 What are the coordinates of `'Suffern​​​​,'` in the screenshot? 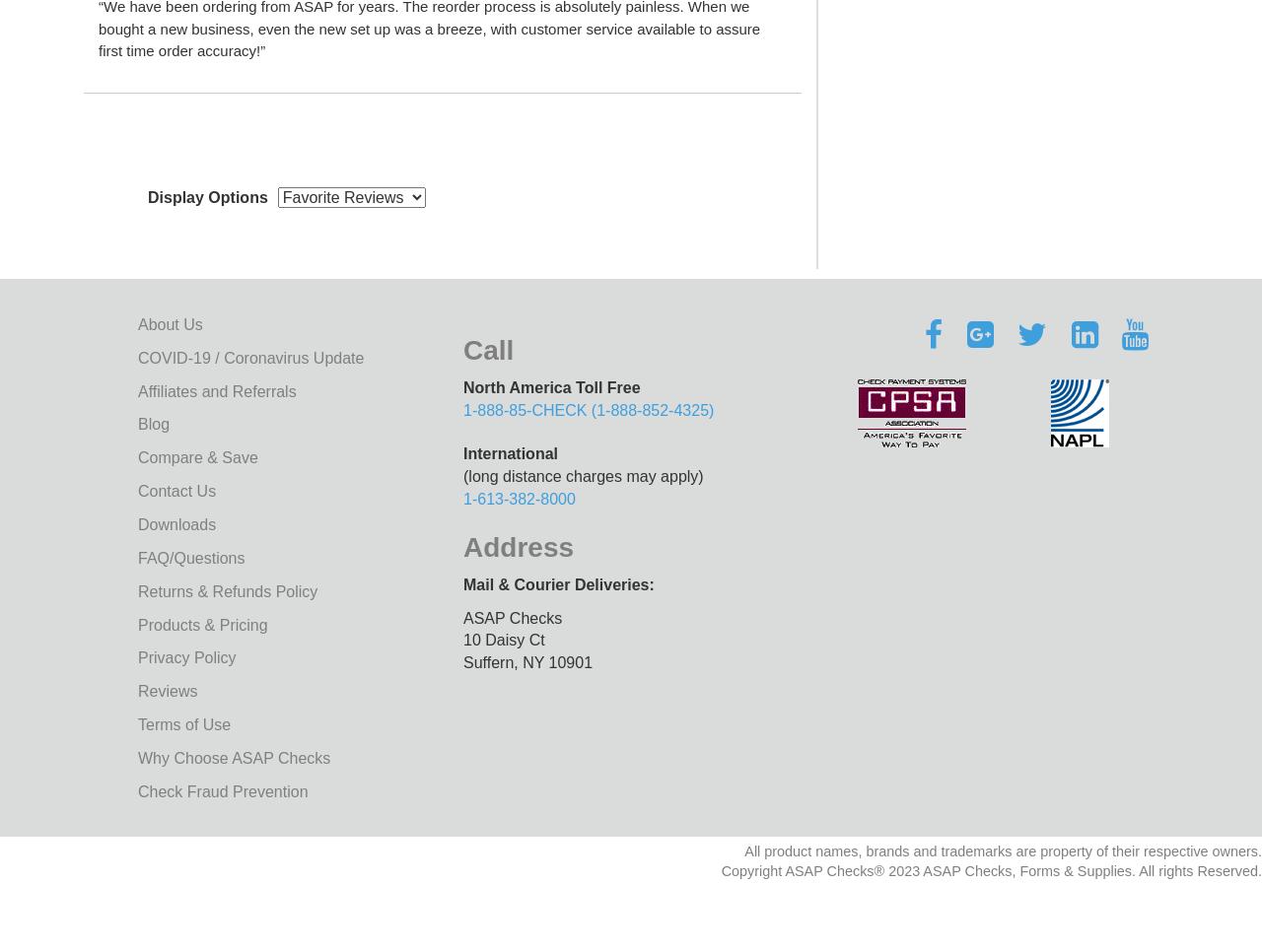 It's located at (492, 662).